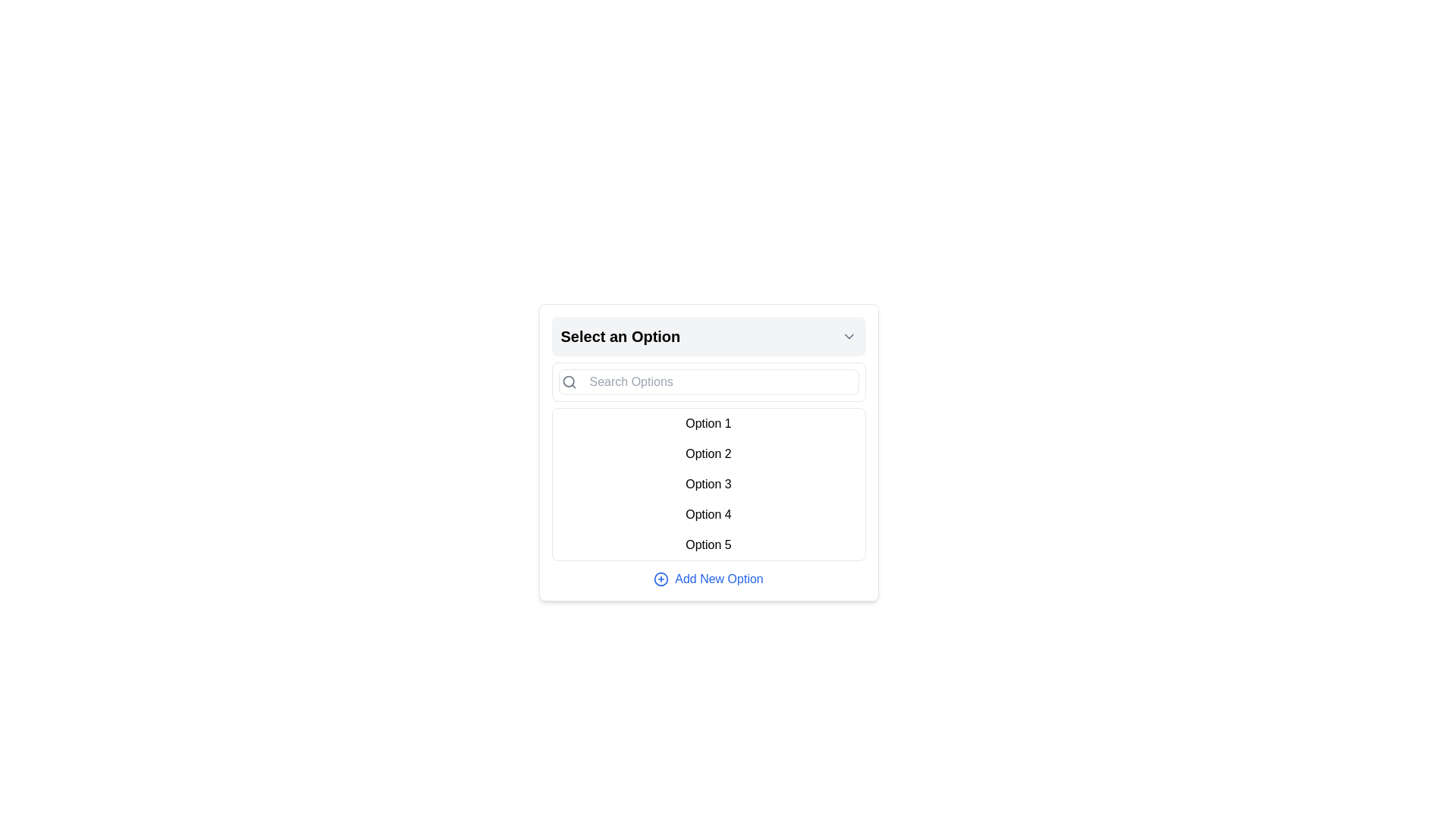 The image size is (1456, 819). What do you see at coordinates (708, 513) in the screenshot?
I see `the list item displaying 'Option 4'` at bounding box center [708, 513].